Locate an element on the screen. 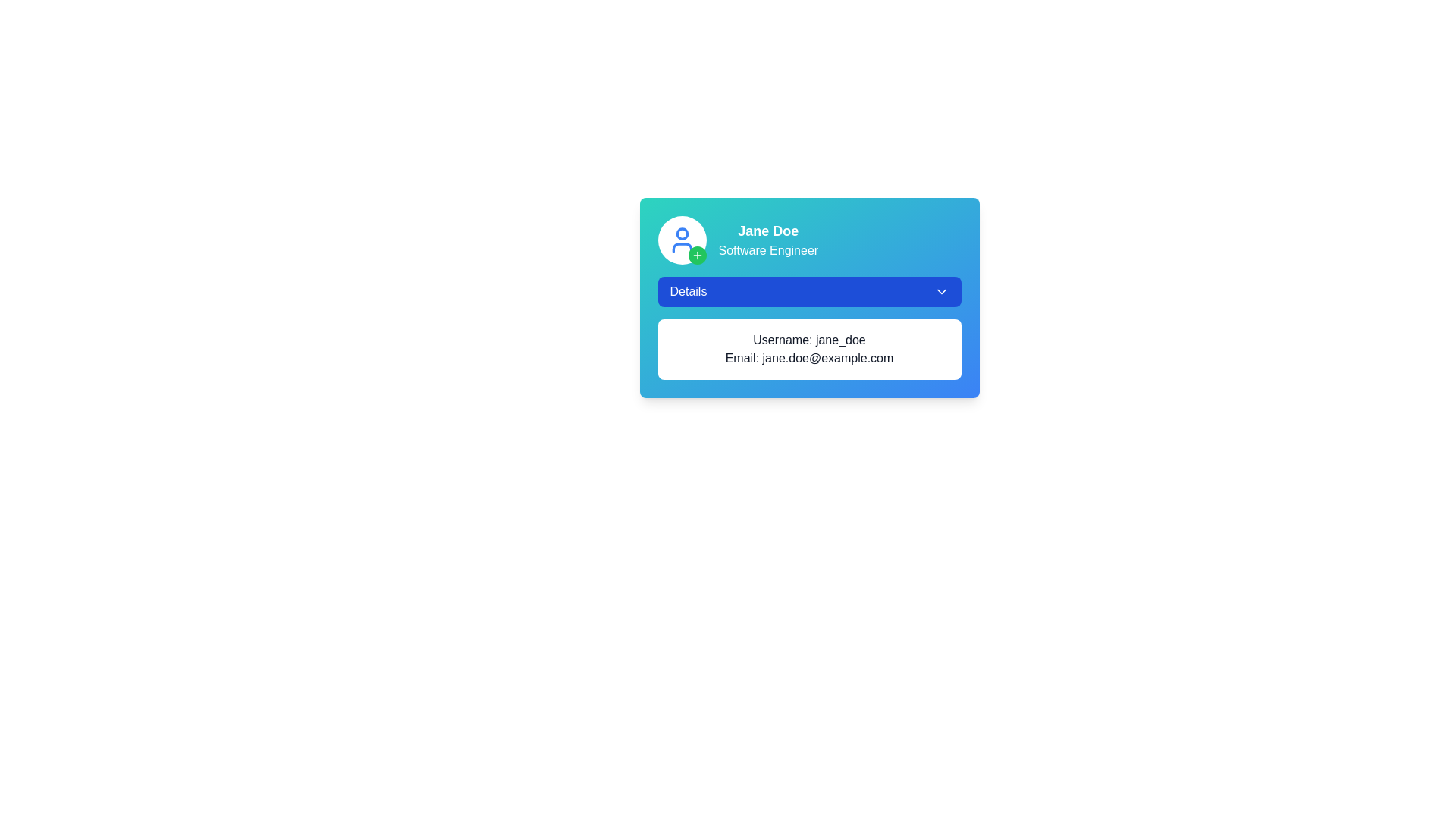 This screenshot has height=819, width=1456. the circular green button with a white '+' symbol at the bottom-right of the profile icon is located at coordinates (696, 254).